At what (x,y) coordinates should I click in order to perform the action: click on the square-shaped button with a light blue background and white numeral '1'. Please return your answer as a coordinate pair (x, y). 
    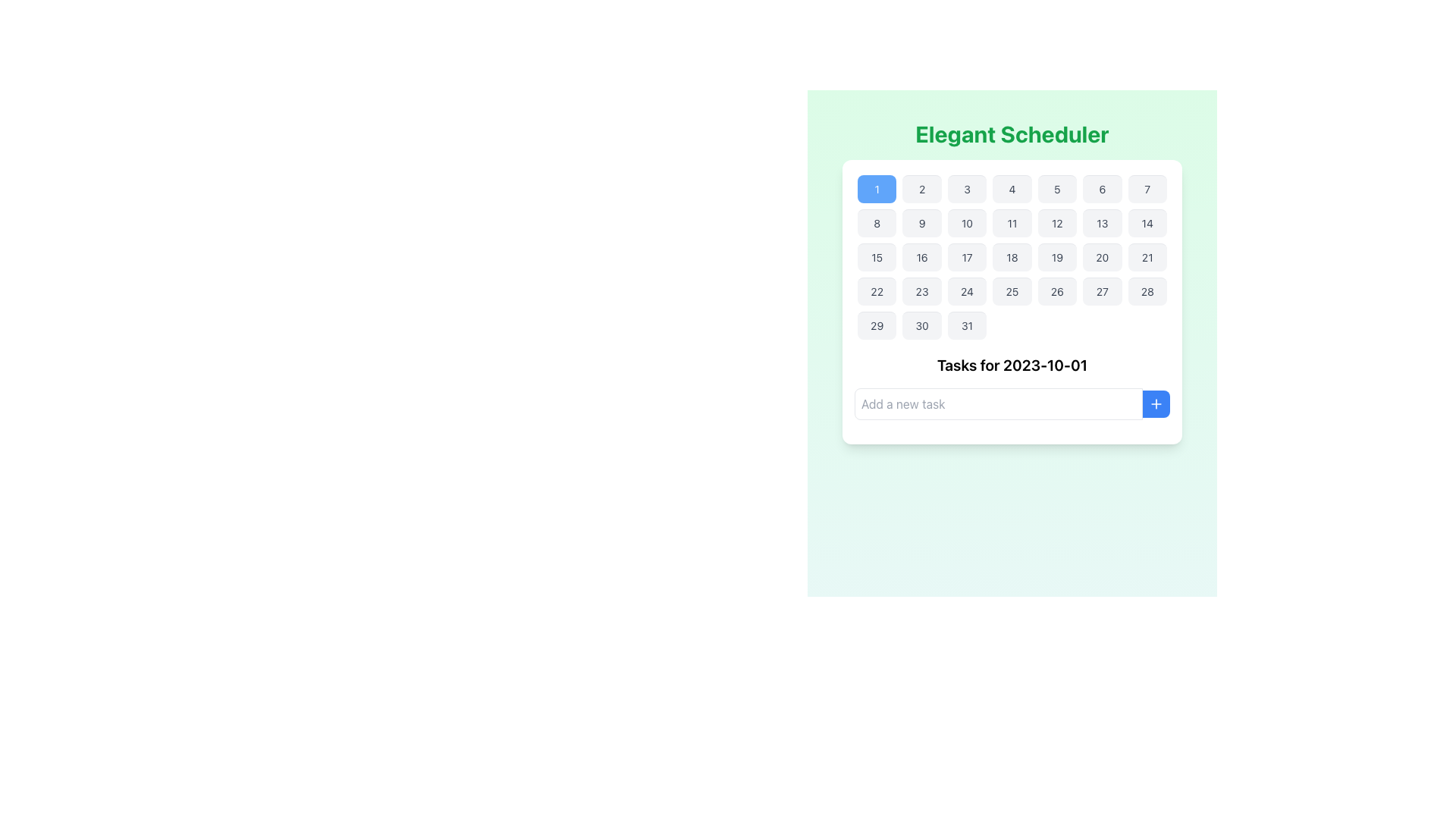
    Looking at the image, I should click on (877, 188).